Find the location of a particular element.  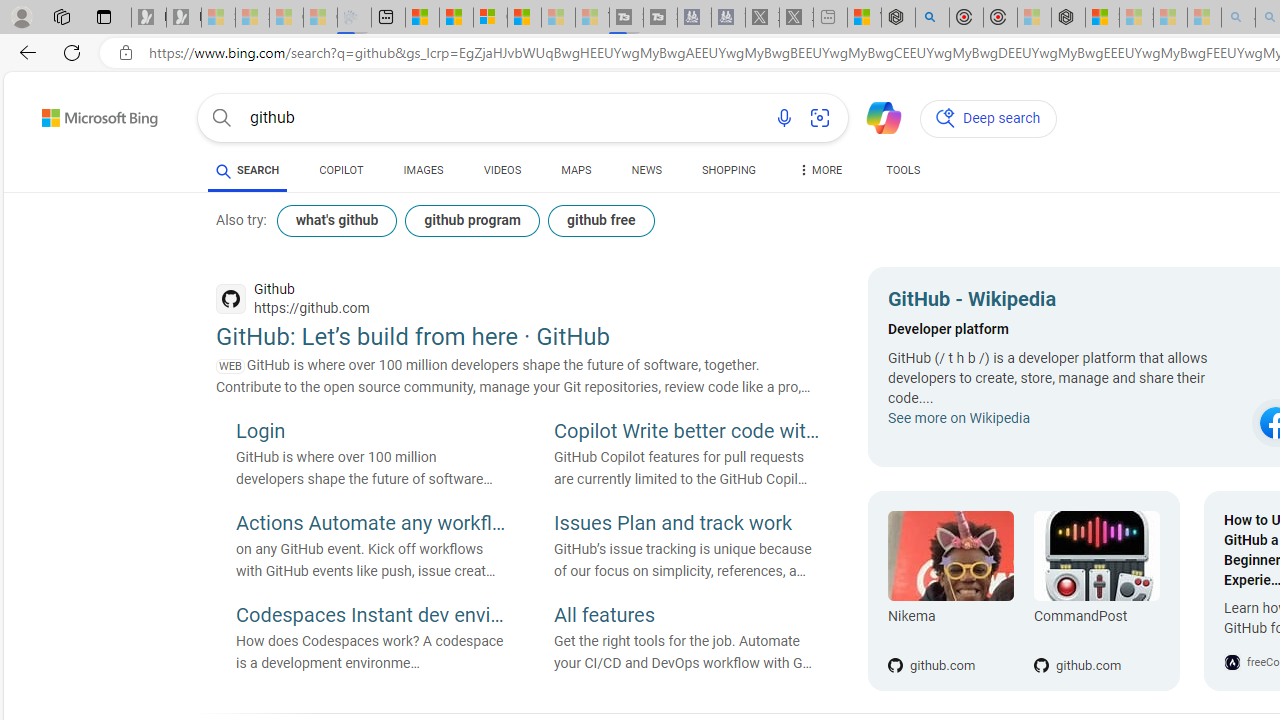

'SHOPPING' is located at coordinates (727, 172).